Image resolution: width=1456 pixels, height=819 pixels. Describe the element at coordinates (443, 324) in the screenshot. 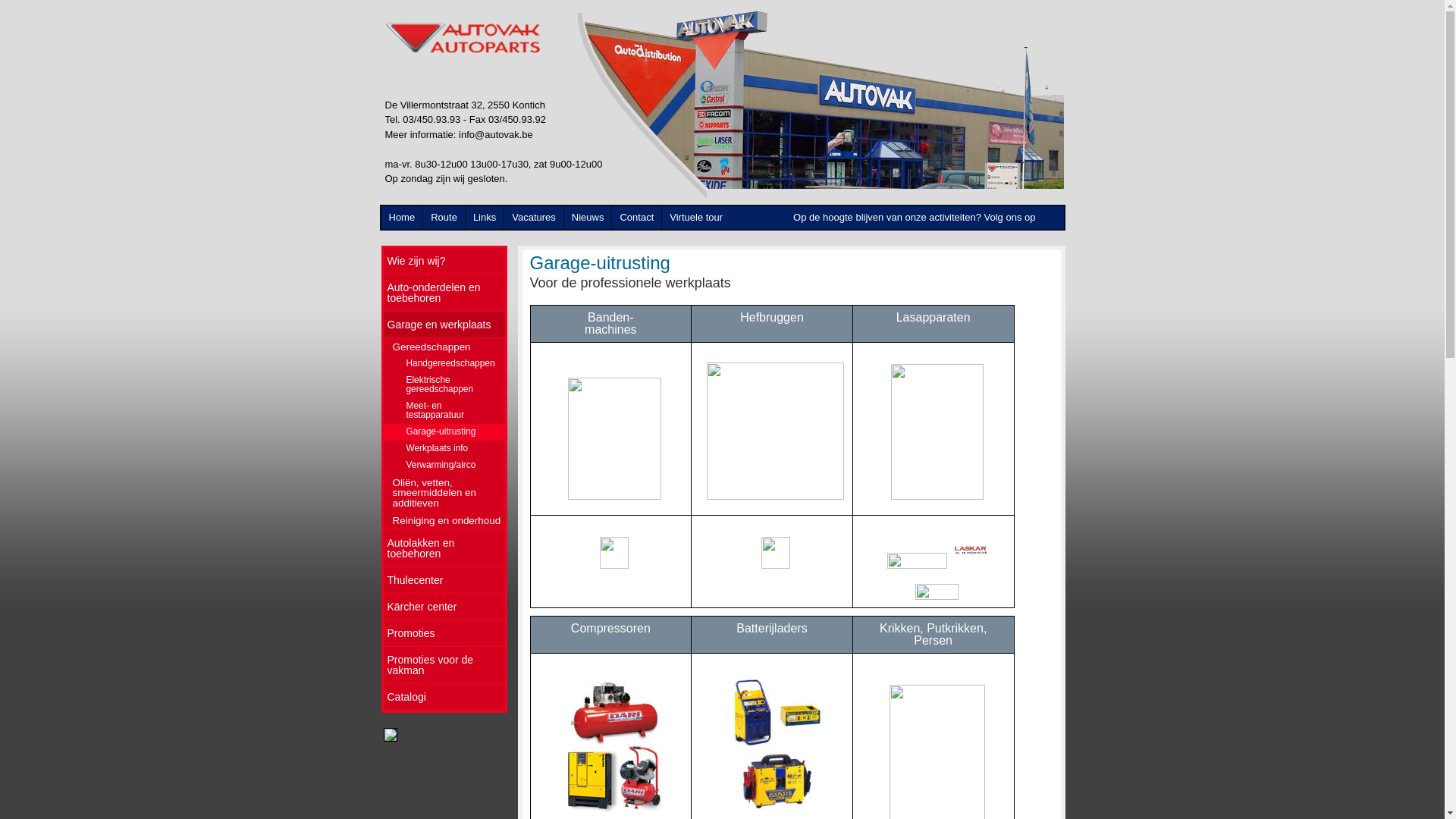

I see `'Garage en werkplaats'` at that location.